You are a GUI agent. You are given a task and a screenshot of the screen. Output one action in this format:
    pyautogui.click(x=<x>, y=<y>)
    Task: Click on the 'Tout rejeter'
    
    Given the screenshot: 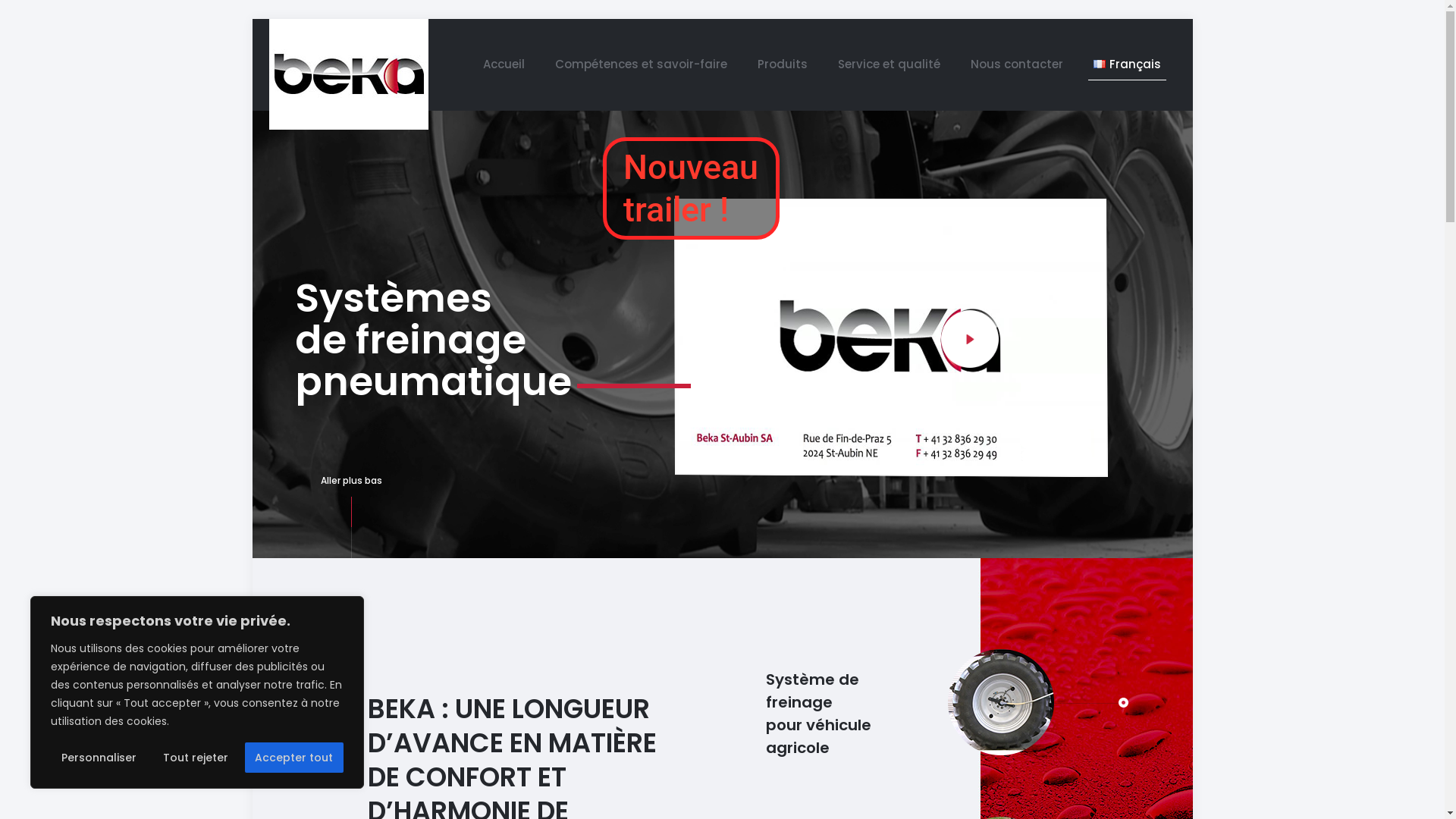 What is the action you would take?
    pyautogui.click(x=152, y=758)
    